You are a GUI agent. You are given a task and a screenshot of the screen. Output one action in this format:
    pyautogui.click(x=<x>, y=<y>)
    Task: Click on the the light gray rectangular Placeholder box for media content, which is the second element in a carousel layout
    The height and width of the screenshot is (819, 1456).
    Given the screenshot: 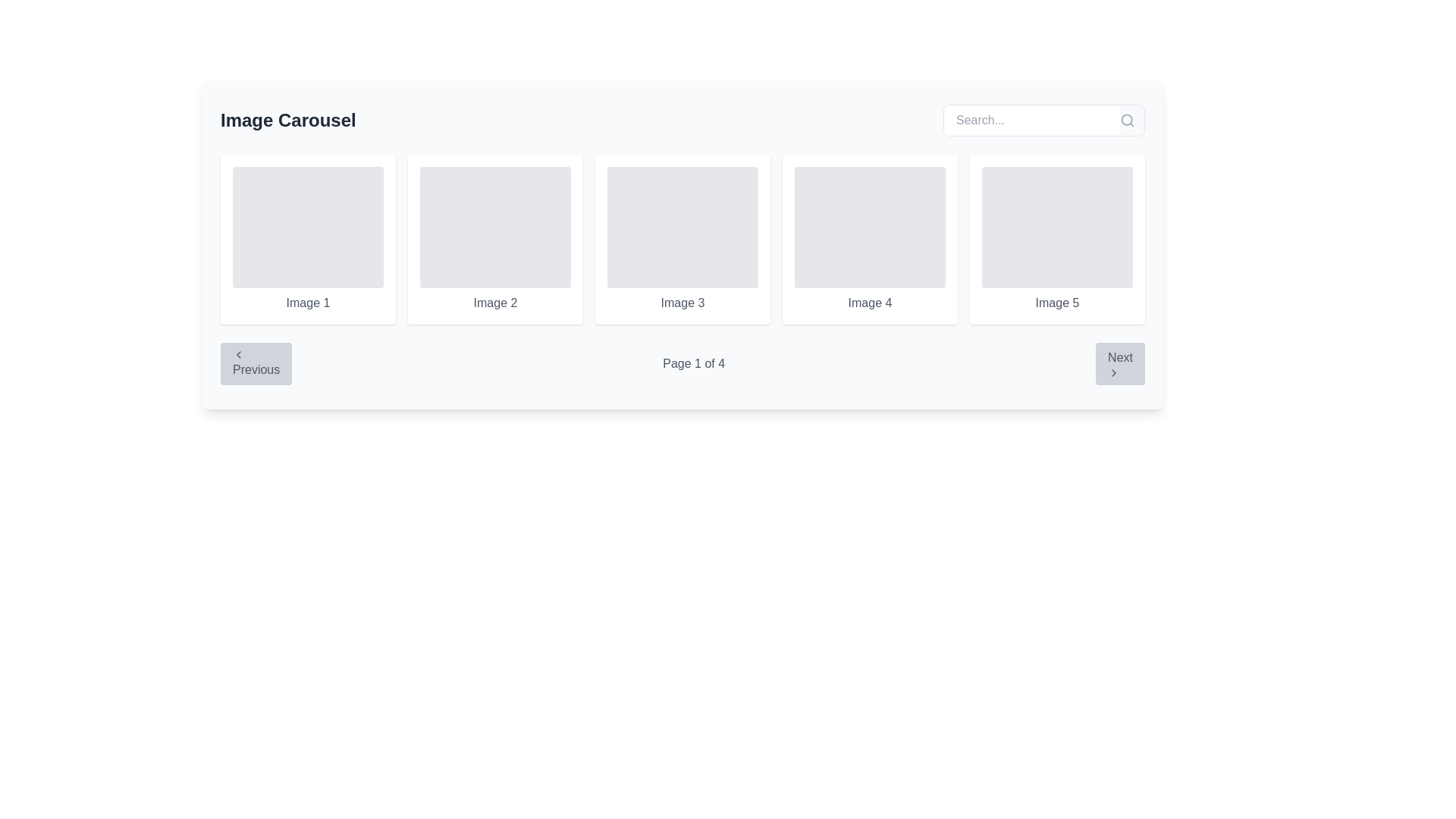 What is the action you would take?
    pyautogui.click(x=495, y=227)
    